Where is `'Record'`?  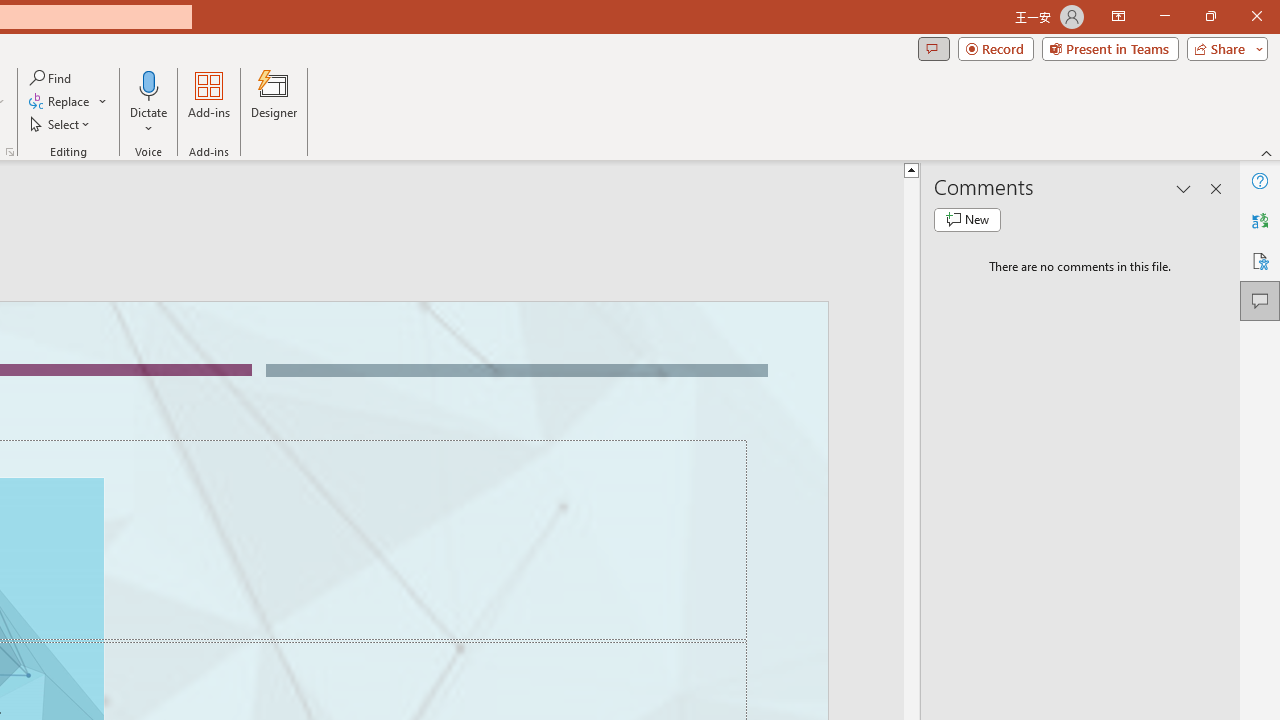 'Record' is located at coordinates (995, 47).